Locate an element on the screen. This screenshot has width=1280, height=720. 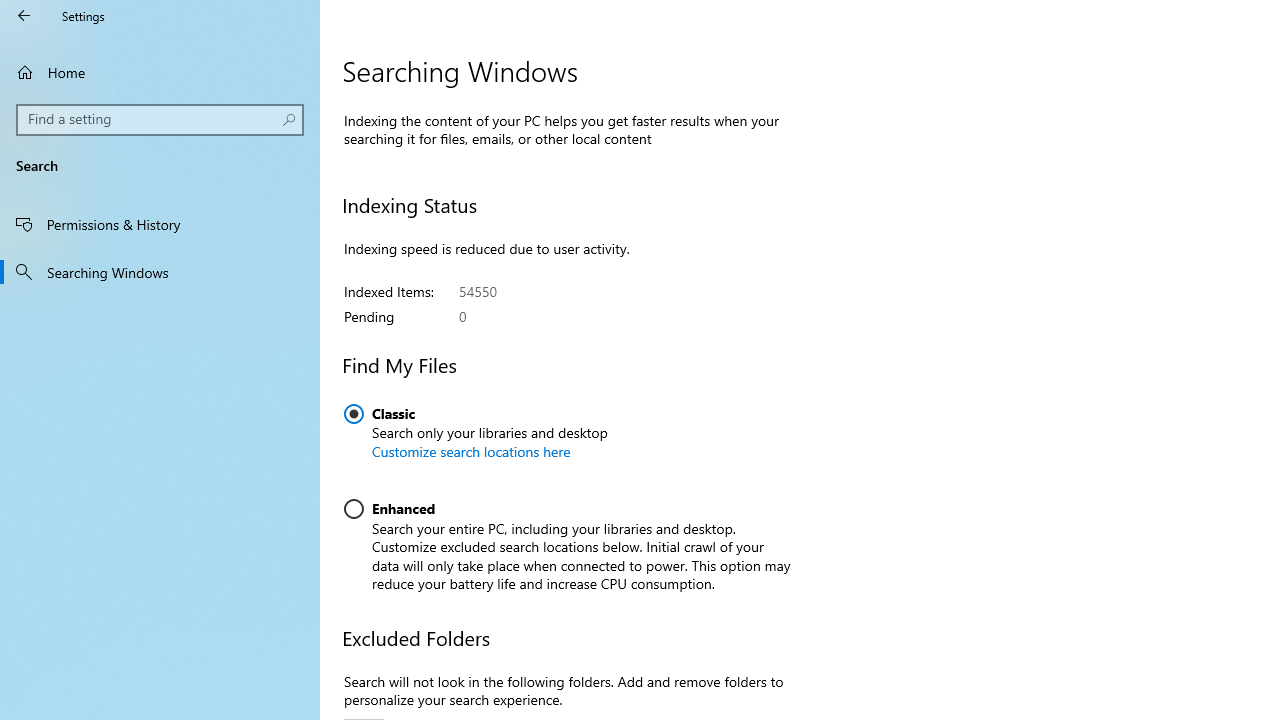
'Customize search locations here' is located at coordinates (470, 451).